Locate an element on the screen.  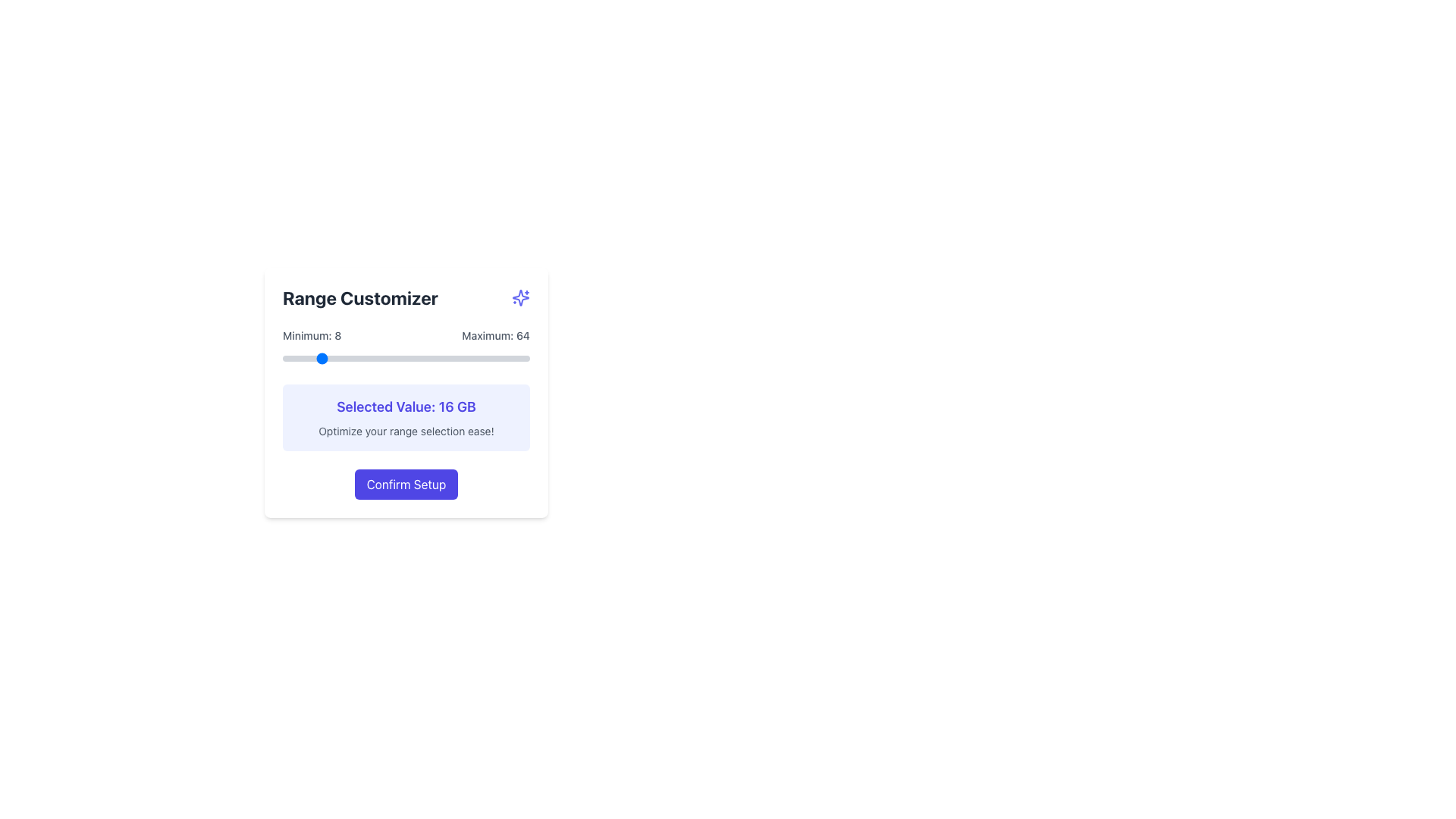
the slider value is located at coordinates (476, 359).